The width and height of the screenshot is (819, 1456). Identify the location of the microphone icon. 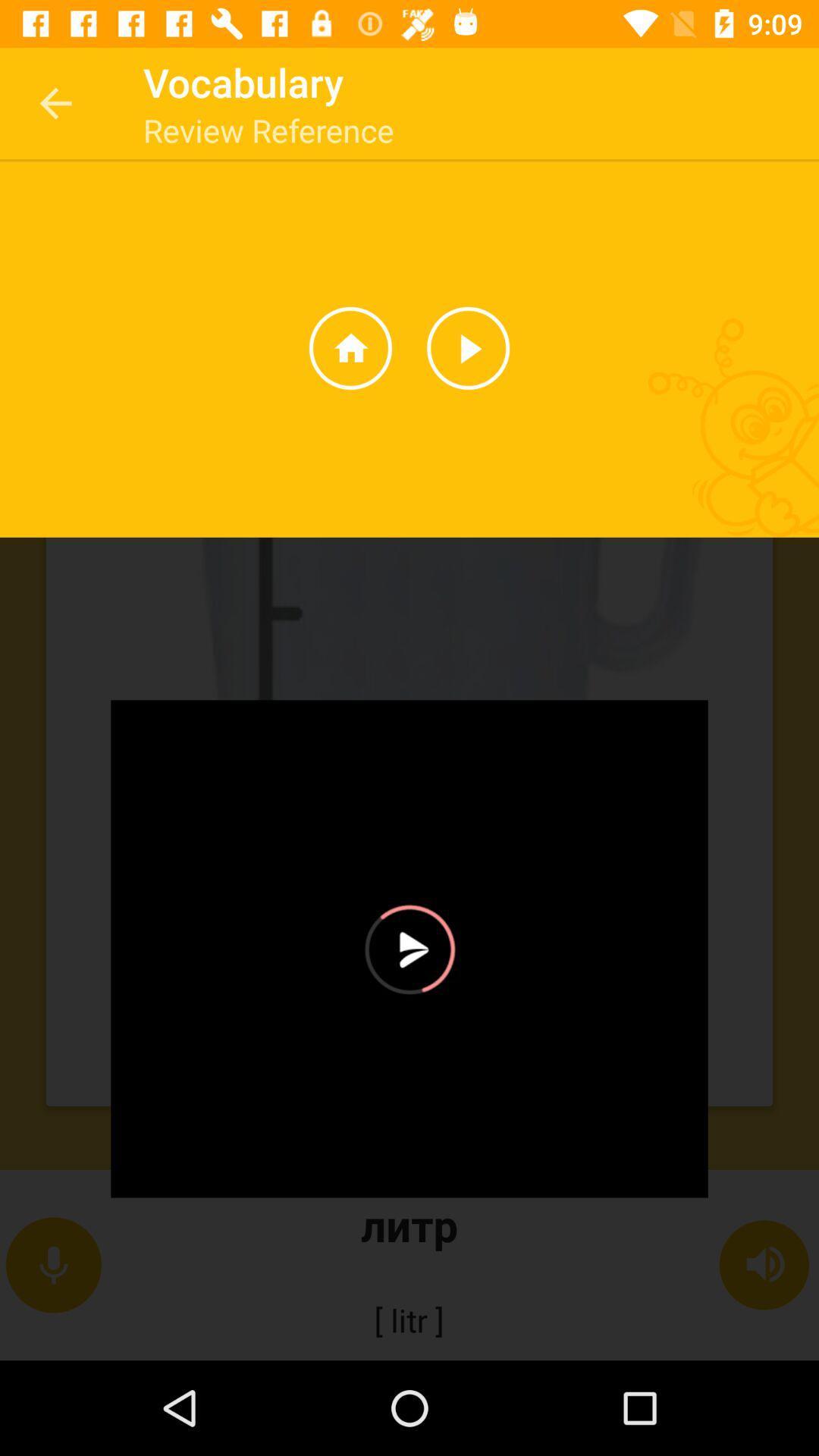
(52, 1265).